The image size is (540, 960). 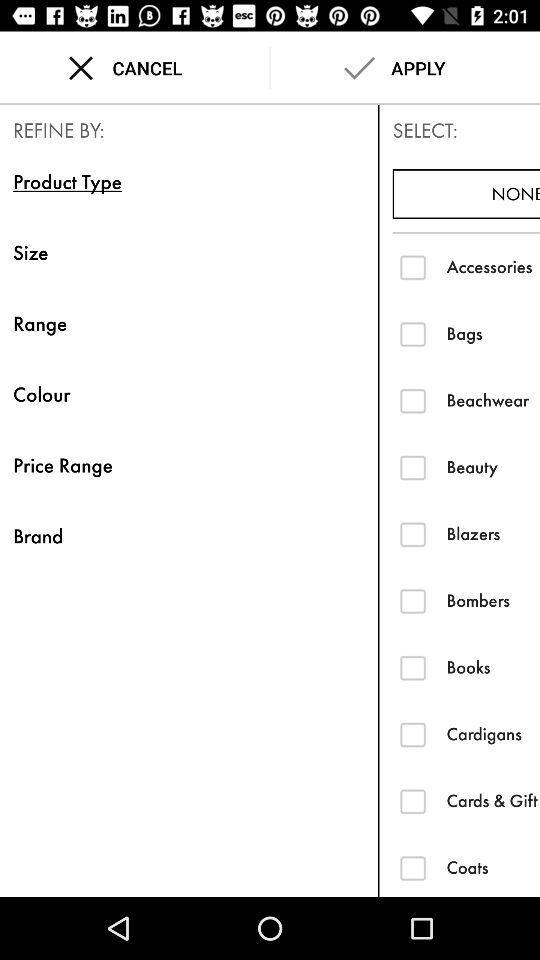 I want to click on ths item, so click(x=412, y=801).